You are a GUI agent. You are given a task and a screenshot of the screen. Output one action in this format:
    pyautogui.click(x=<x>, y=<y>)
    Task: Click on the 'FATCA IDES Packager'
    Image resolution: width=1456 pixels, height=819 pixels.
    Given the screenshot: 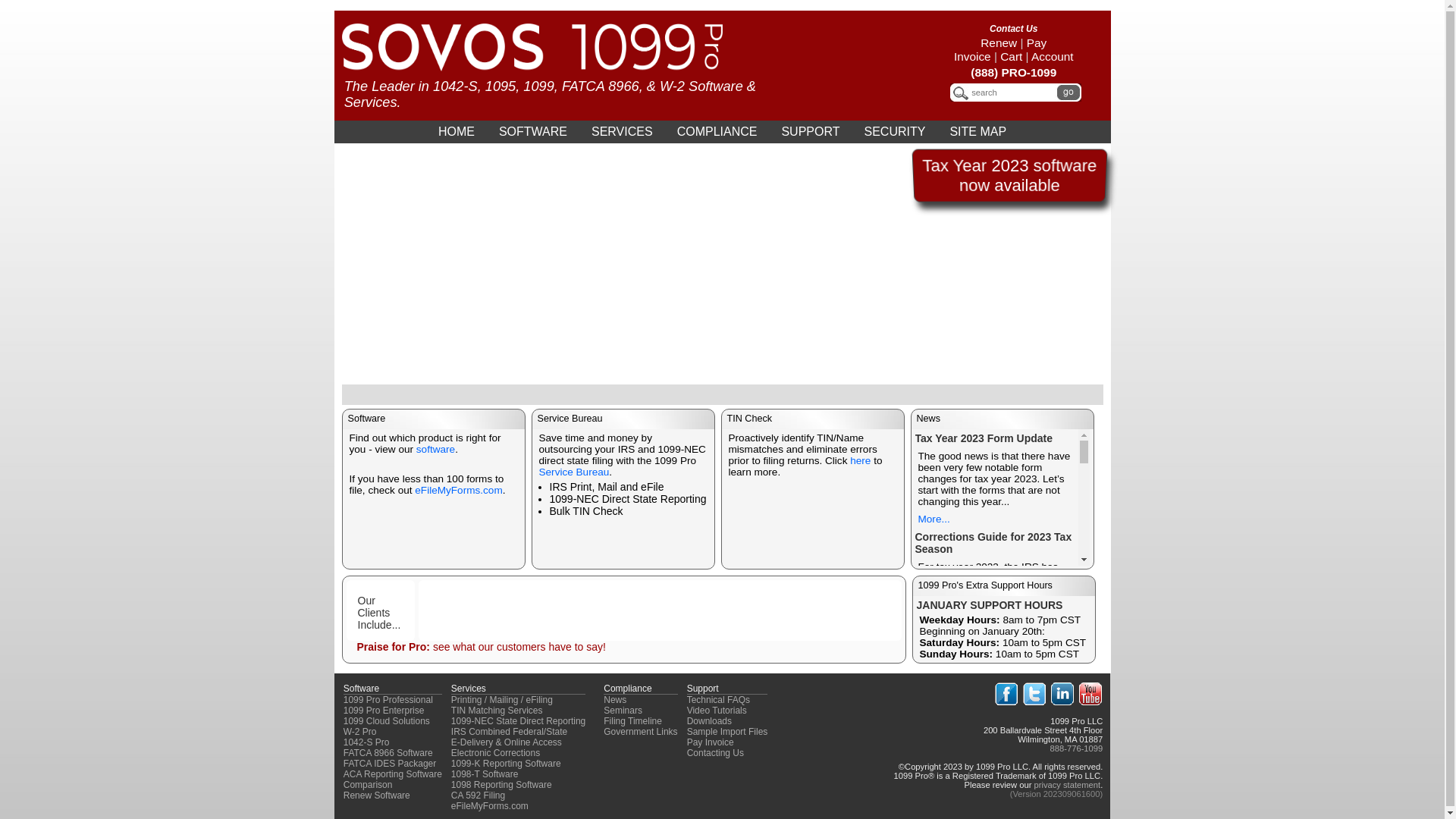 What is the action you would take?
    pyautogui.click(x=390, y=763)
    